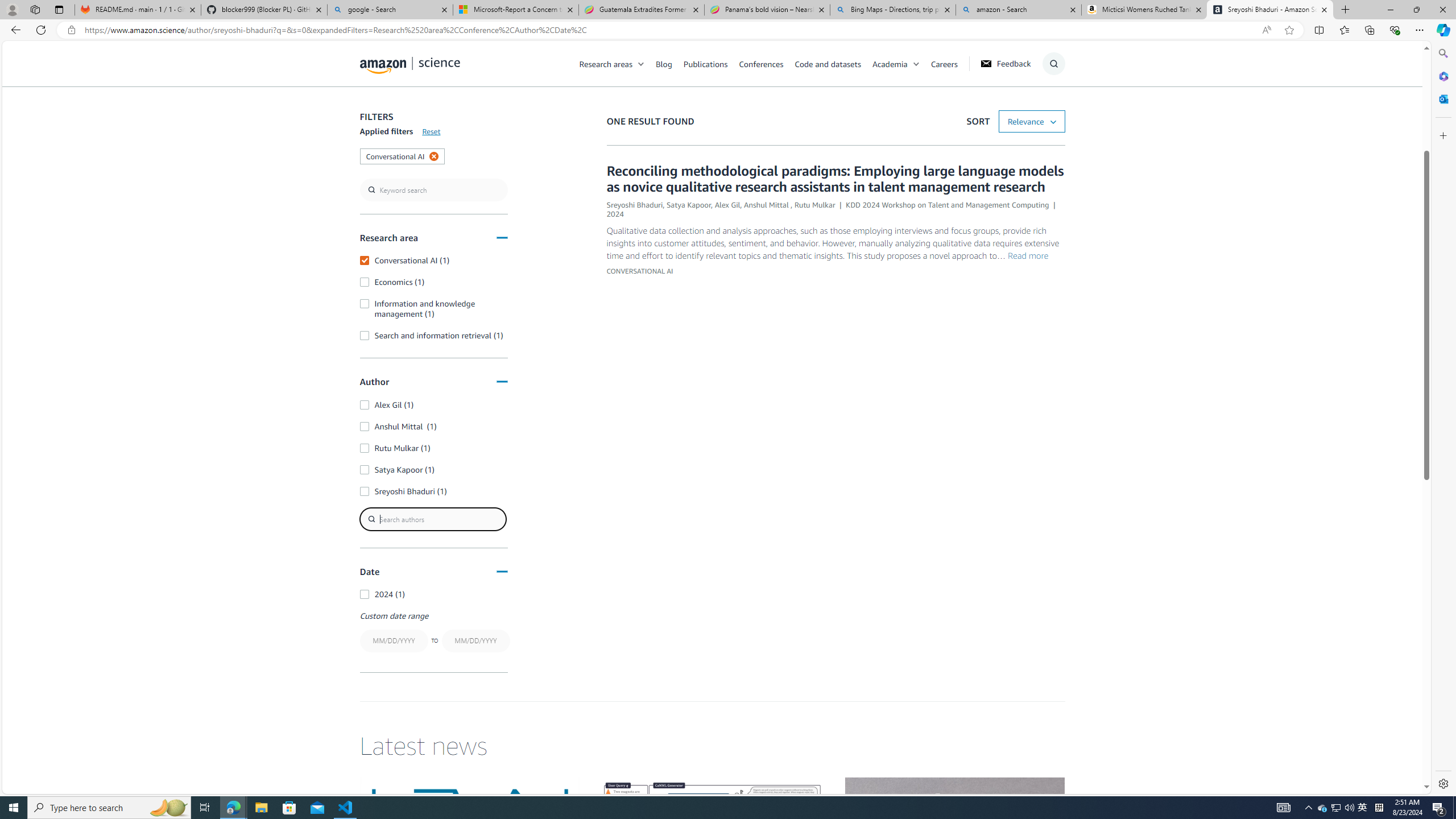 Image resolution: width=1456 pixels, height=819 pixels. Describe the element at coordinates (944, 63) in the screenshot. I see `'Careers'` at that location.